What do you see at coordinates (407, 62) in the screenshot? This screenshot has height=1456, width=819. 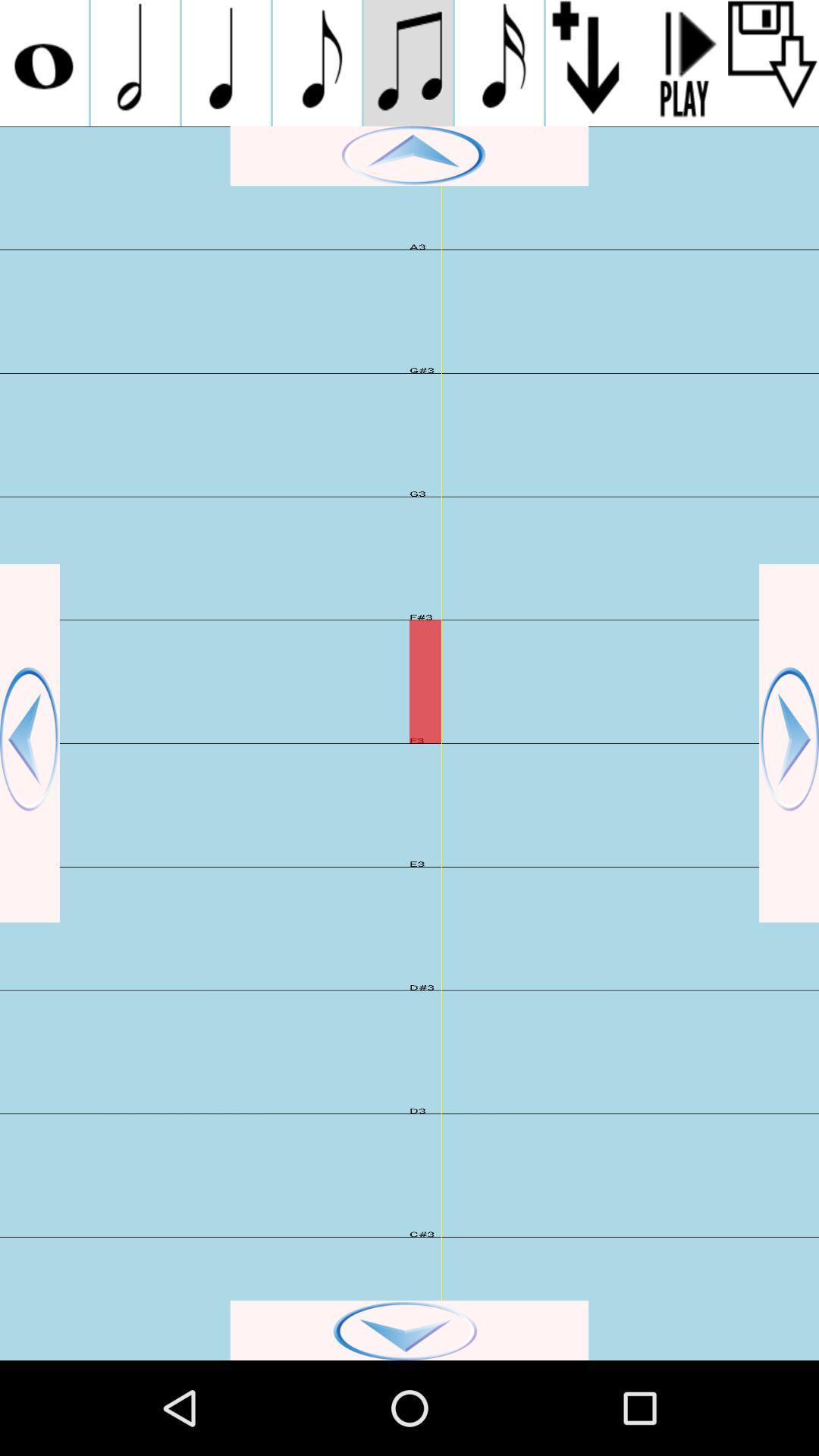 I see `the music rhythm` at bounding box center [407, 62].